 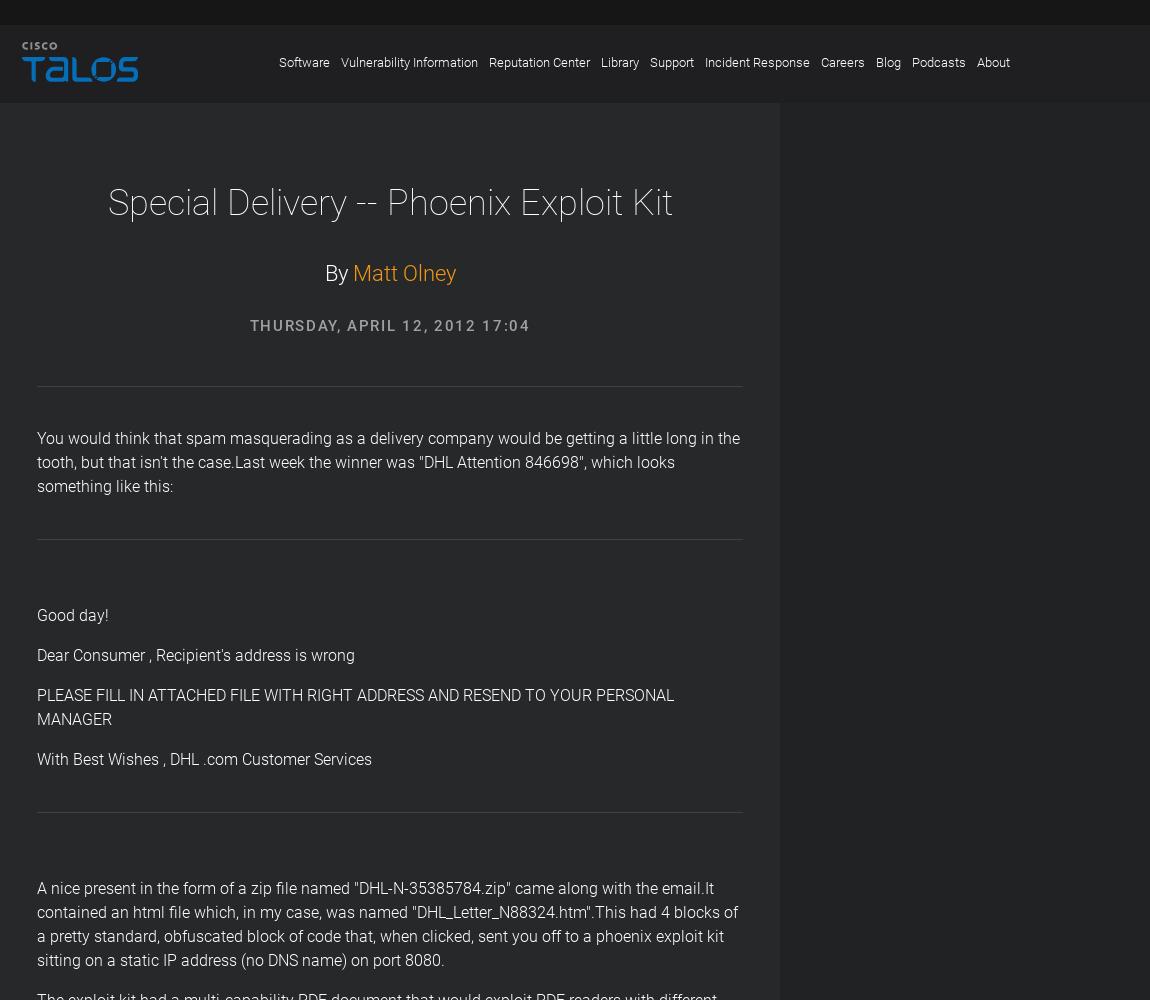 What do you see at coordinates (670, 62) in the screenshot?
I see `'Support'` at bounding box center [670, 62].